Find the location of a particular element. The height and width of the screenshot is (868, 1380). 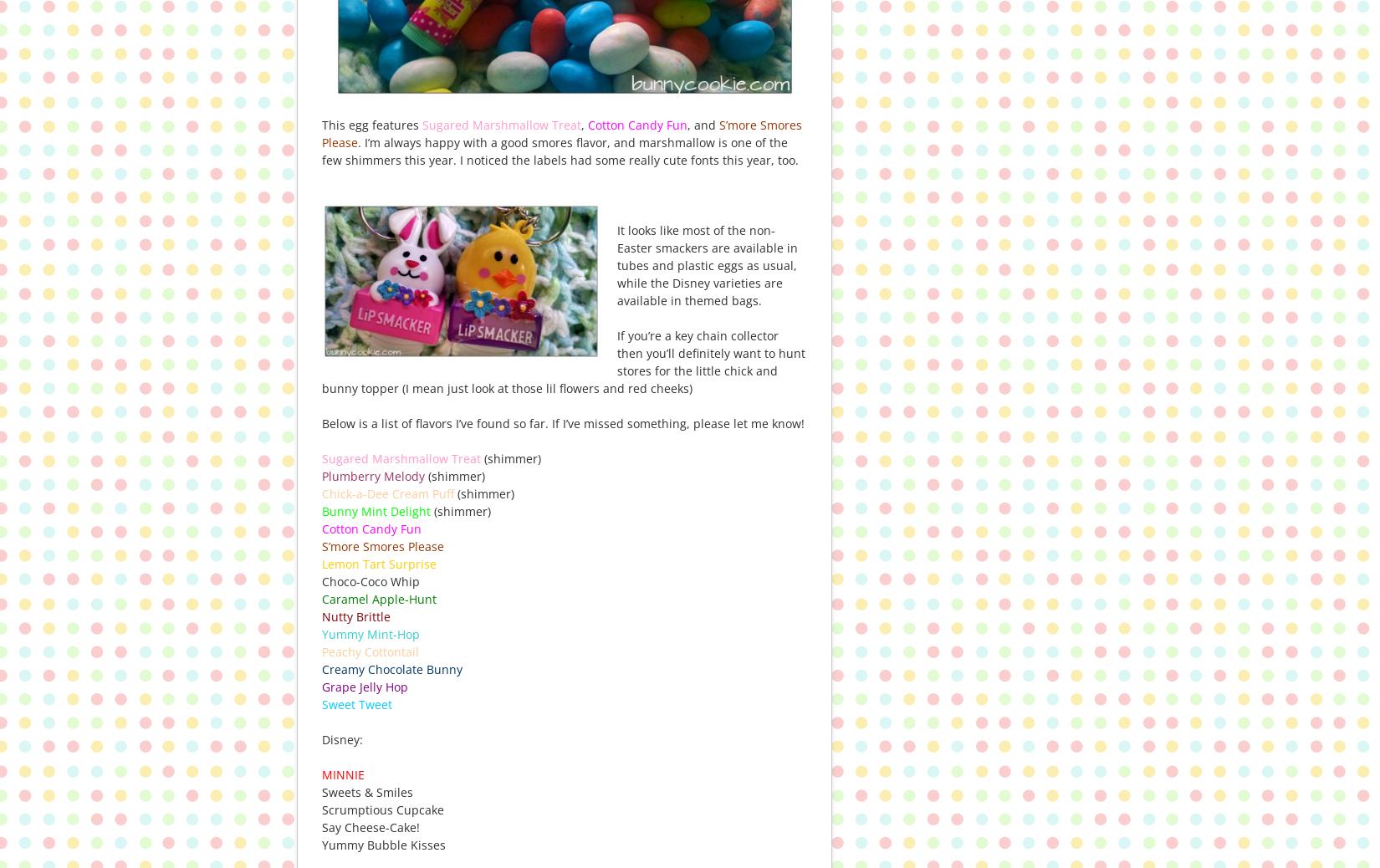

'Yummy Mint-Hop' is located at coordinates (370, 632).